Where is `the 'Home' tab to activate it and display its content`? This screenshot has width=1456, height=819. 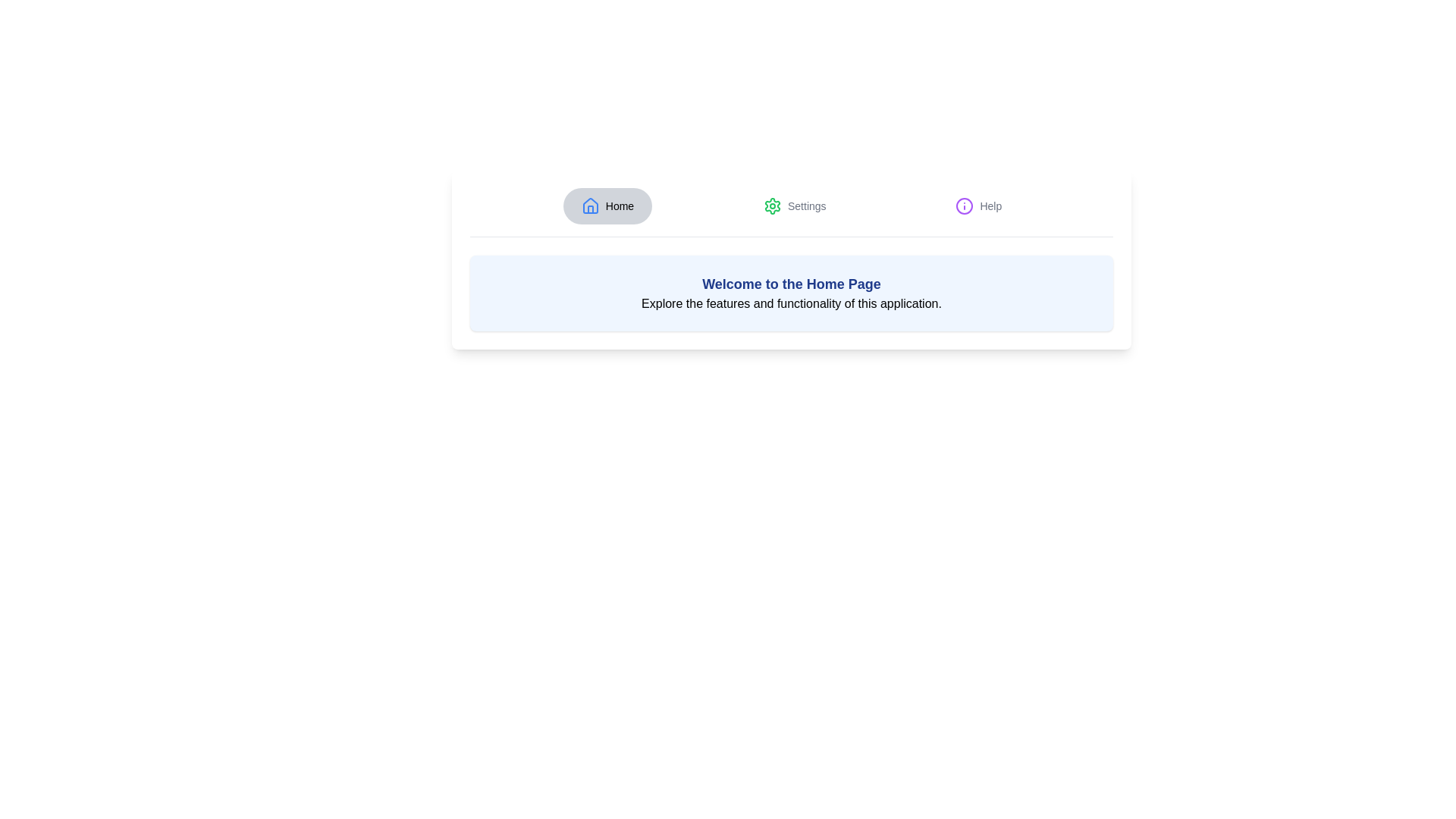
the 'Home' tab to activate it and display its content is located at coordinates (607, 206).